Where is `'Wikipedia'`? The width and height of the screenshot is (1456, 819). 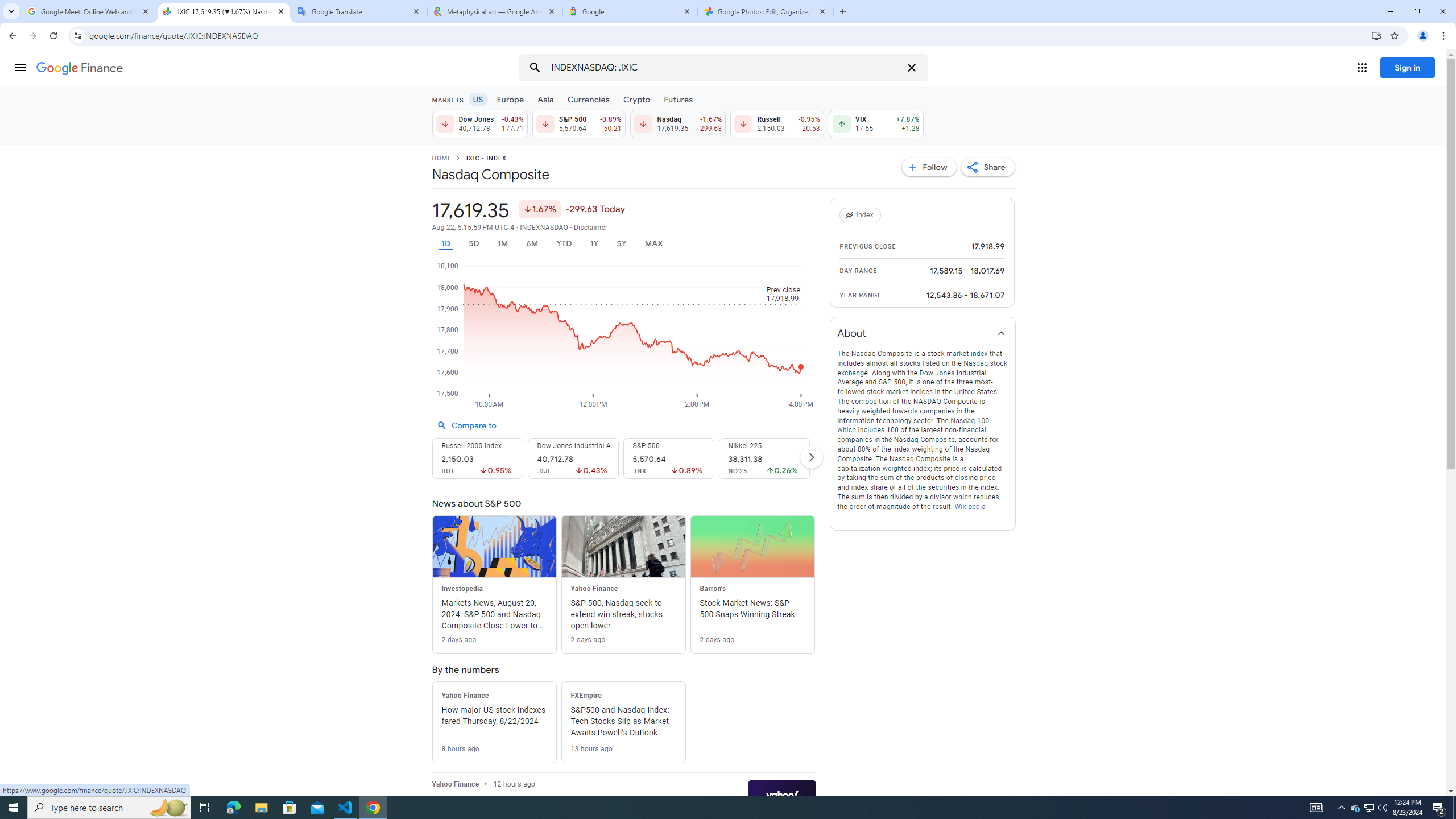 'Wikipedia' is located at coordinates (969, 506).